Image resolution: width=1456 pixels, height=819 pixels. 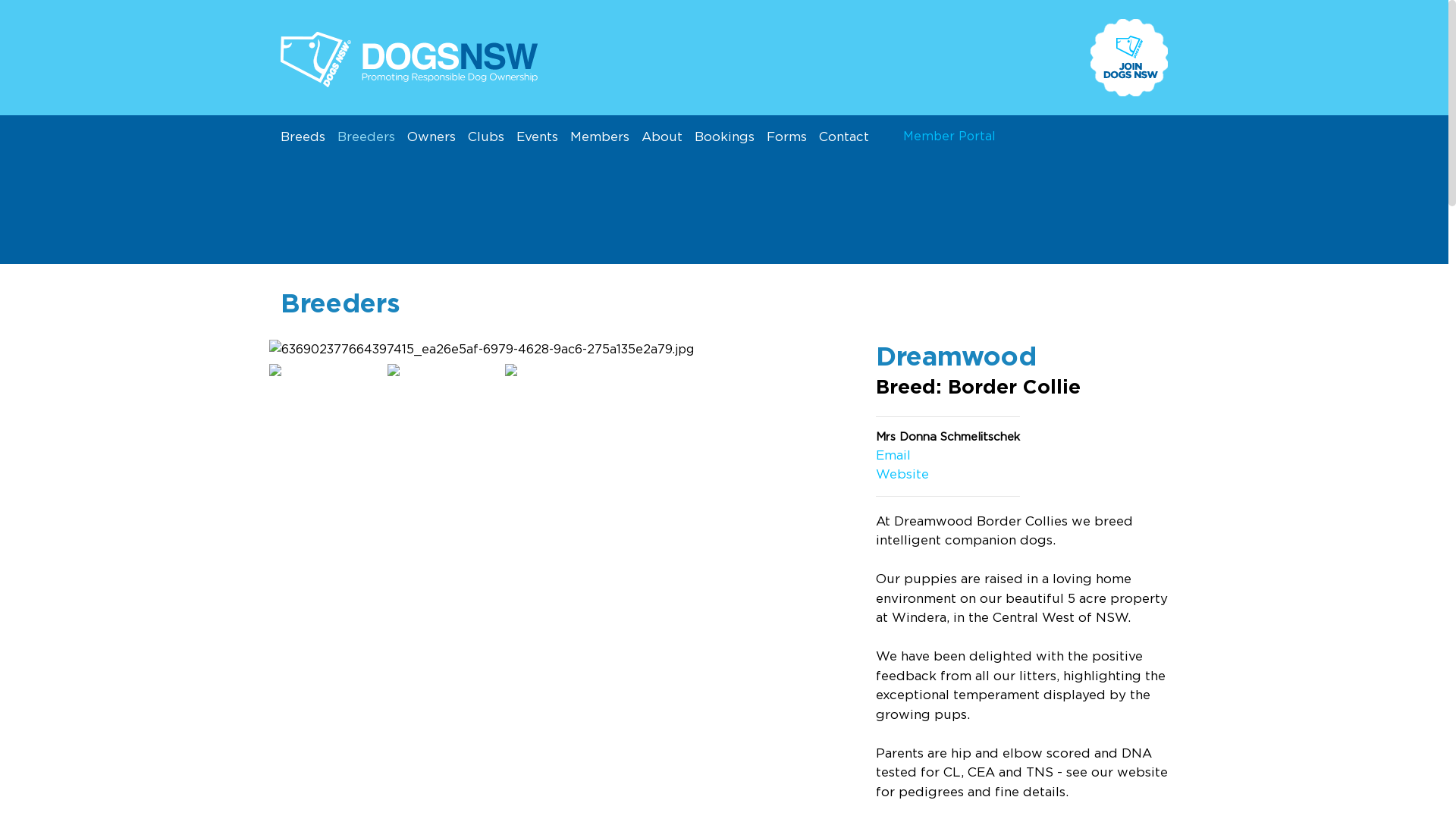 What do you see at coordinates (792, 137) in the screenshot?
I see `'Forms'` at bounding box center [792, 137].